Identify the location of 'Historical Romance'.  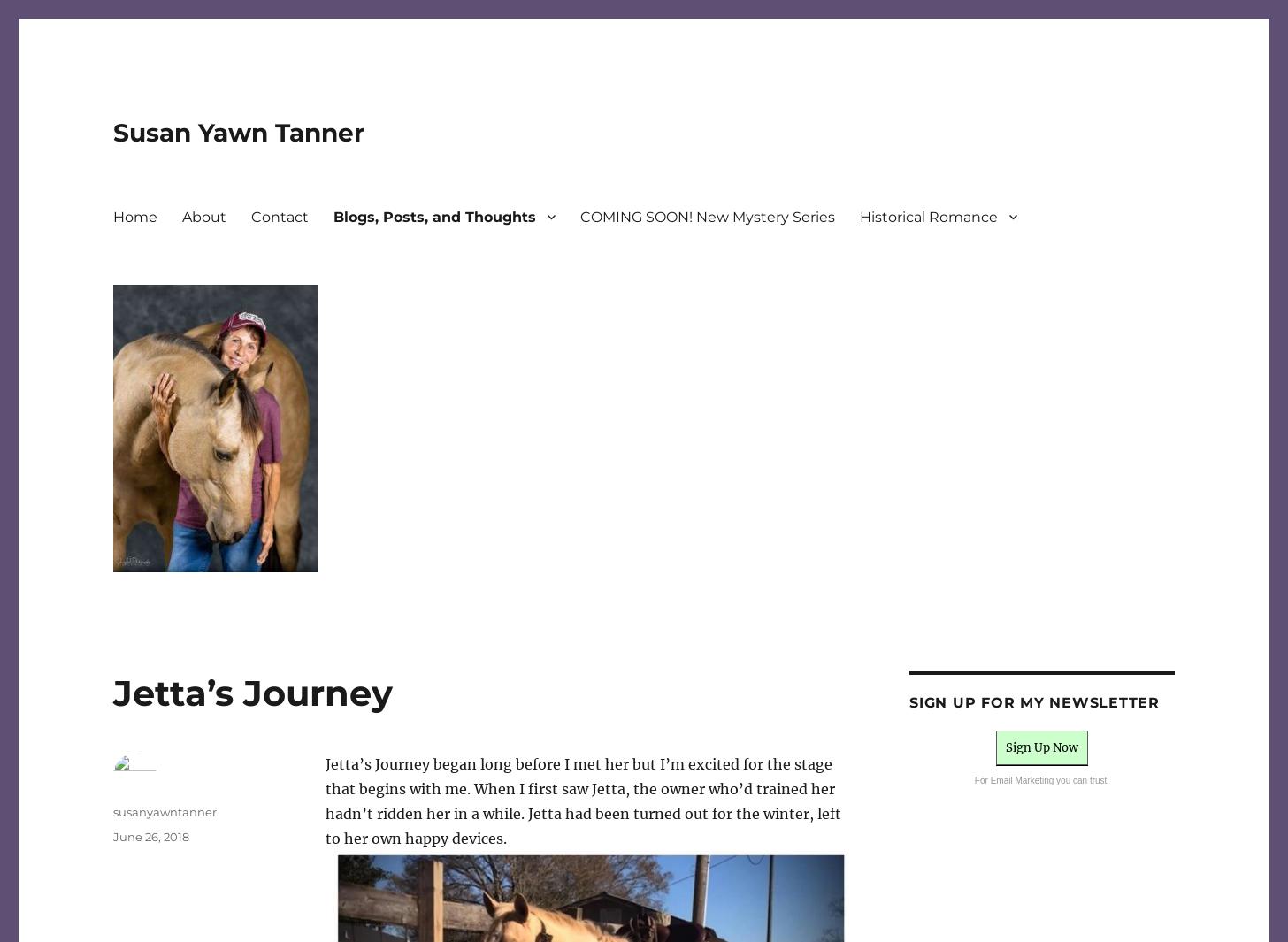
(929, 215).